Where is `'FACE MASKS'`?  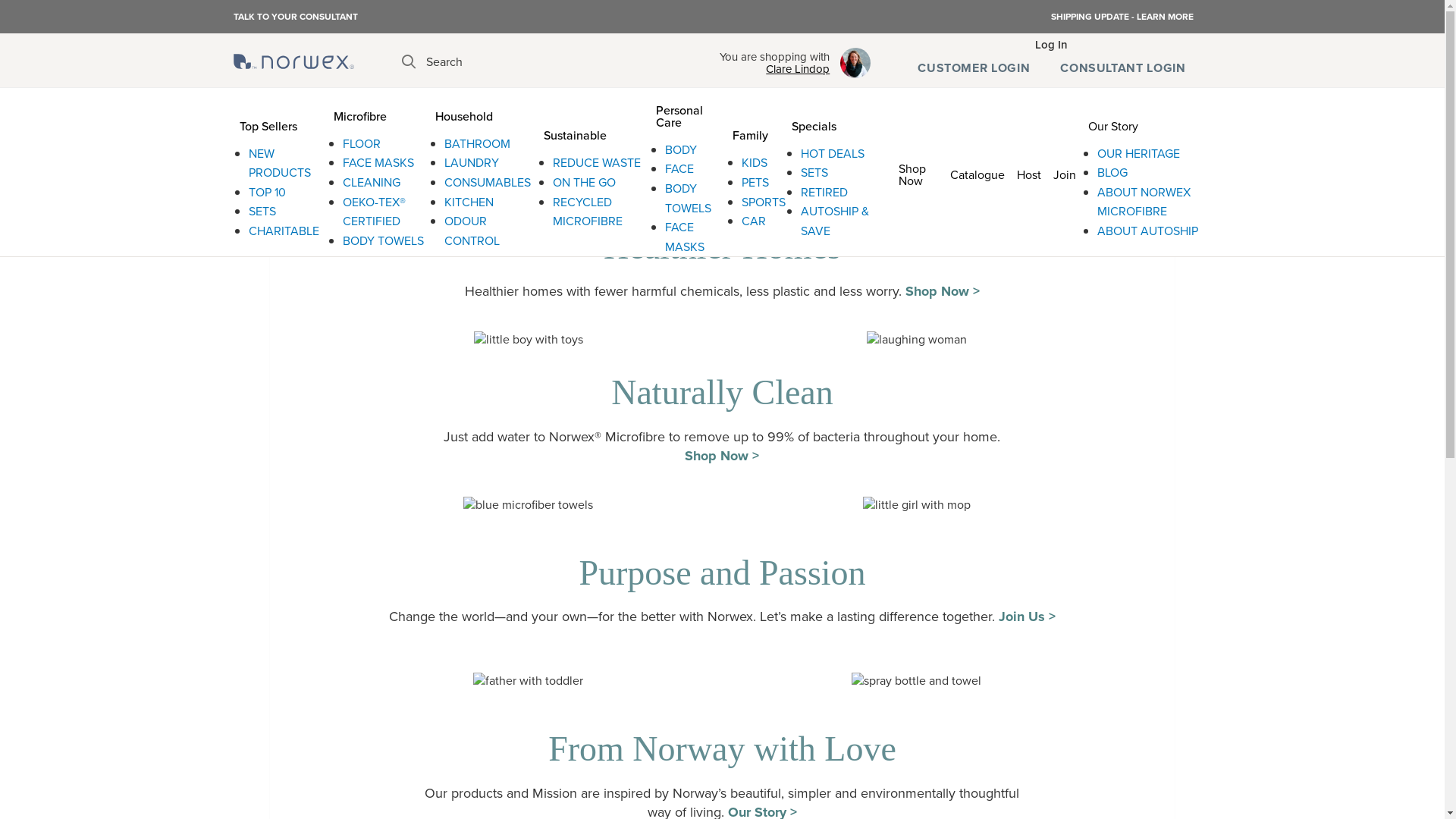 'FACE MASKS' is located at coordinates (378, 162).